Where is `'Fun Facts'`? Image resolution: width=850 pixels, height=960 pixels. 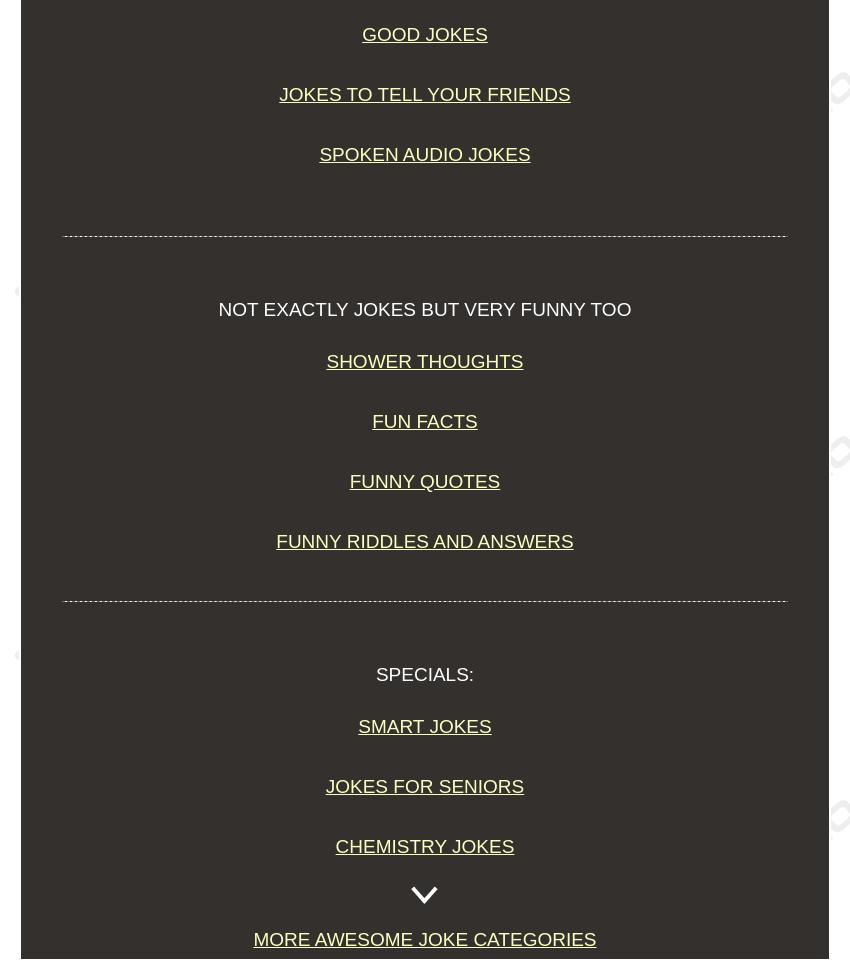
'Fun Facts' is located at coordinates (370, 421).